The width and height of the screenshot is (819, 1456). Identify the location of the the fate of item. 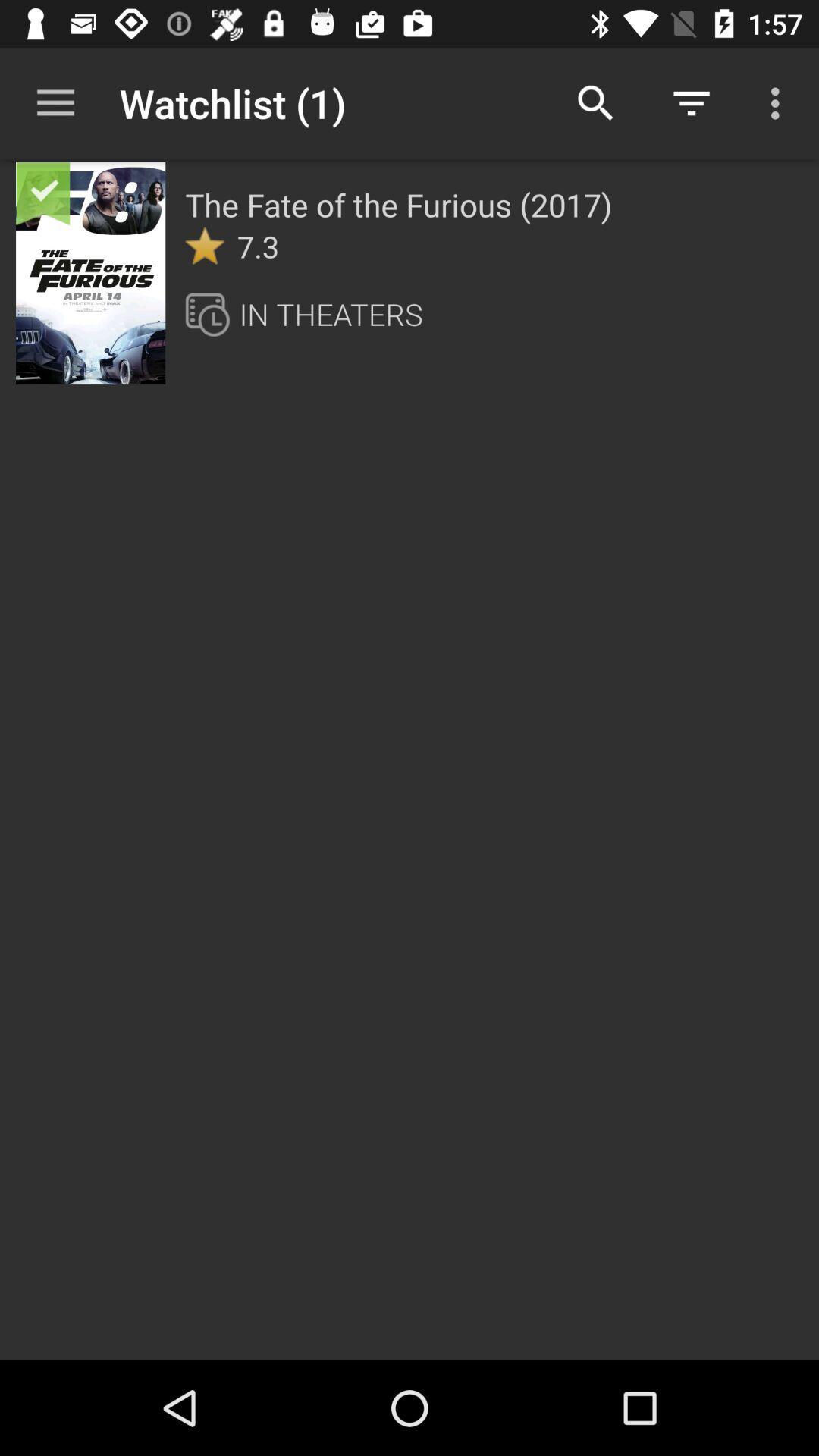
(397, 203).